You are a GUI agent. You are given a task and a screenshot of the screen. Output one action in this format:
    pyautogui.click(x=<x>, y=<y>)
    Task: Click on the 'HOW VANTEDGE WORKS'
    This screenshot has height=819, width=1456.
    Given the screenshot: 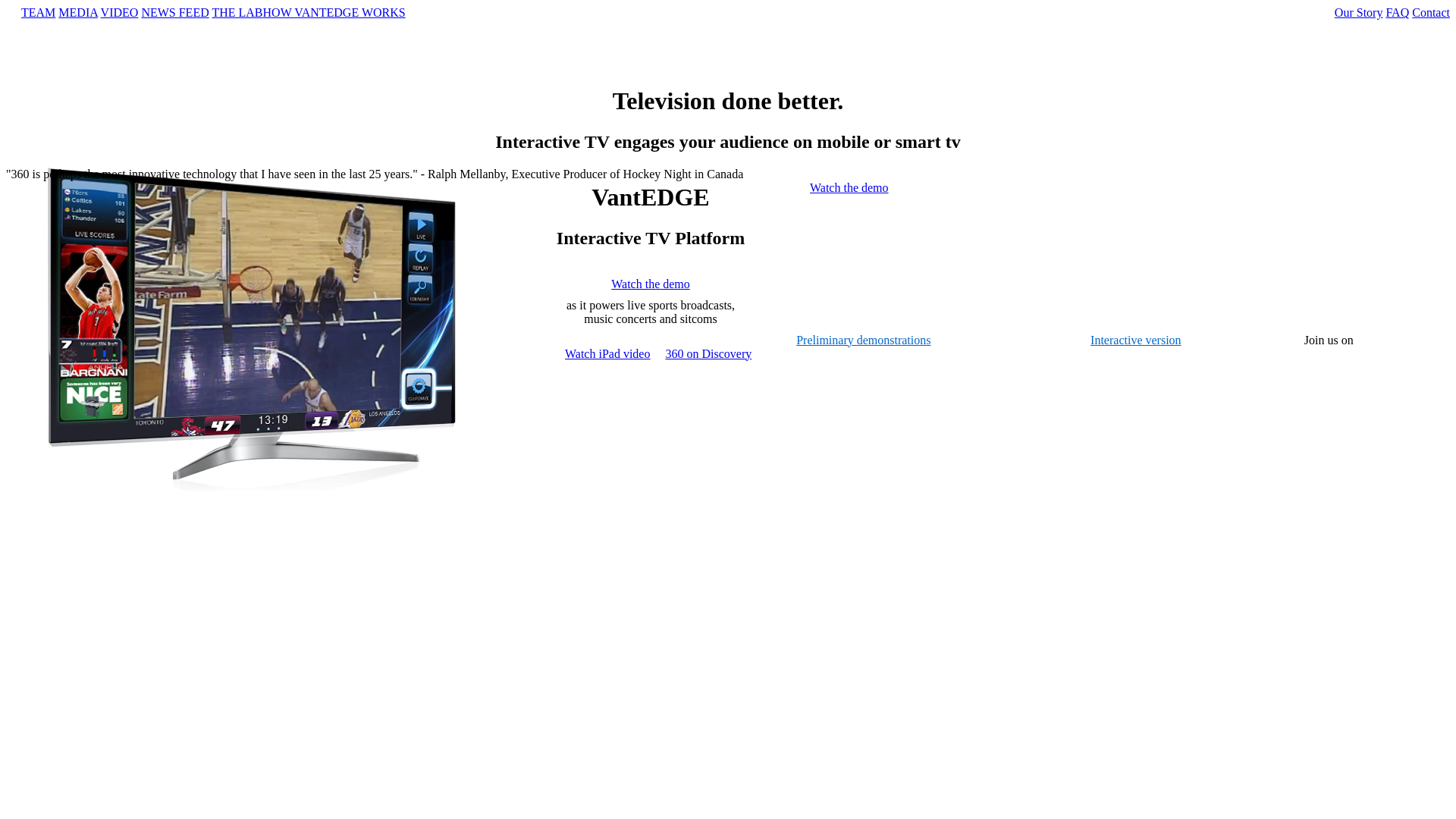 What is the action you would take?
    pyautogui.click(x=334, y=12)
    